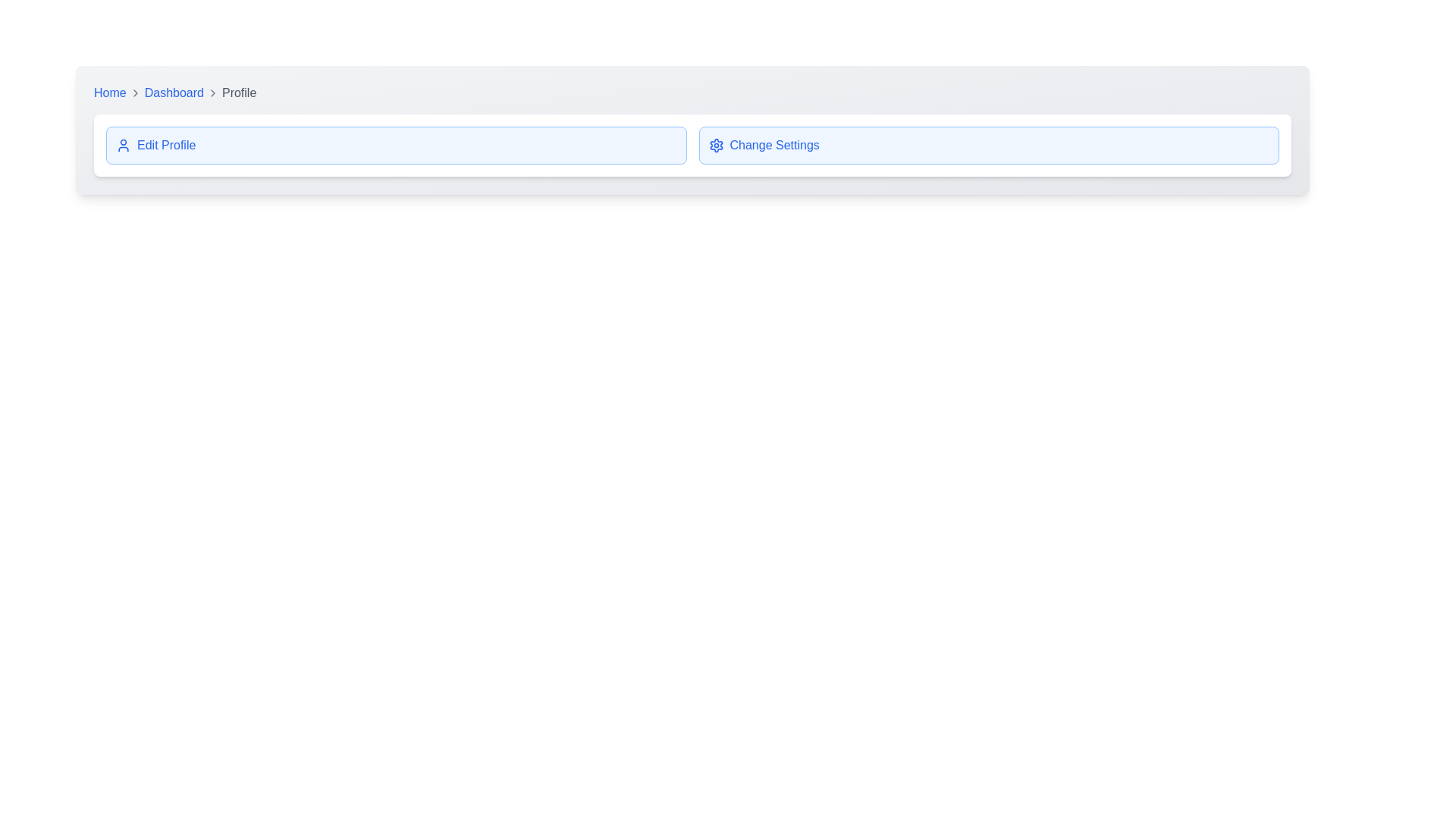  Describe the element at coordinates (124, 146) in the screenshot. I see `the user profile icon located on the left side of the 'Edit Profile' button` at that location.